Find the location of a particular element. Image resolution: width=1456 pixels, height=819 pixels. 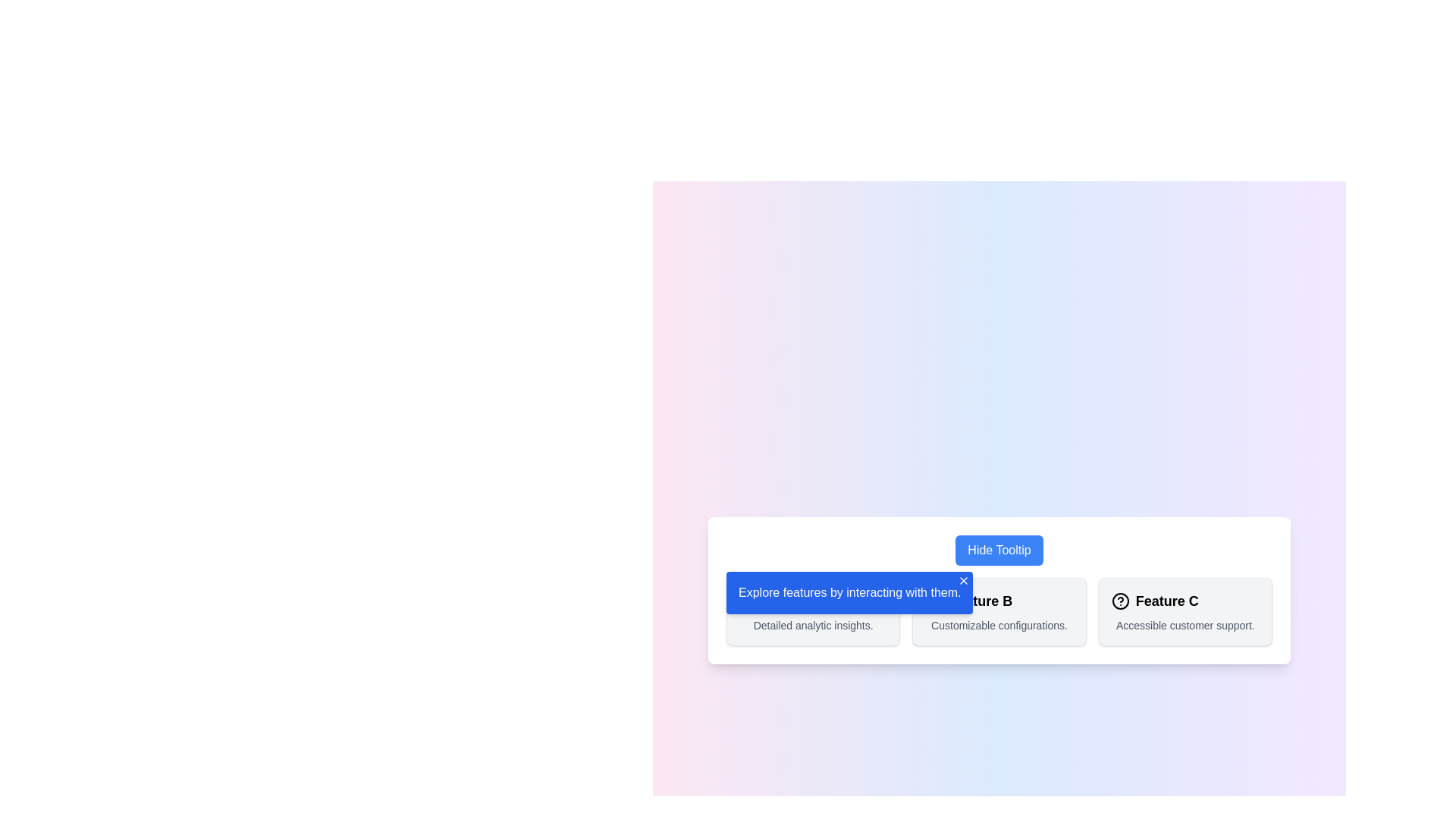

the 'Hide Tooltip' button is located at coordinates (999, 550).